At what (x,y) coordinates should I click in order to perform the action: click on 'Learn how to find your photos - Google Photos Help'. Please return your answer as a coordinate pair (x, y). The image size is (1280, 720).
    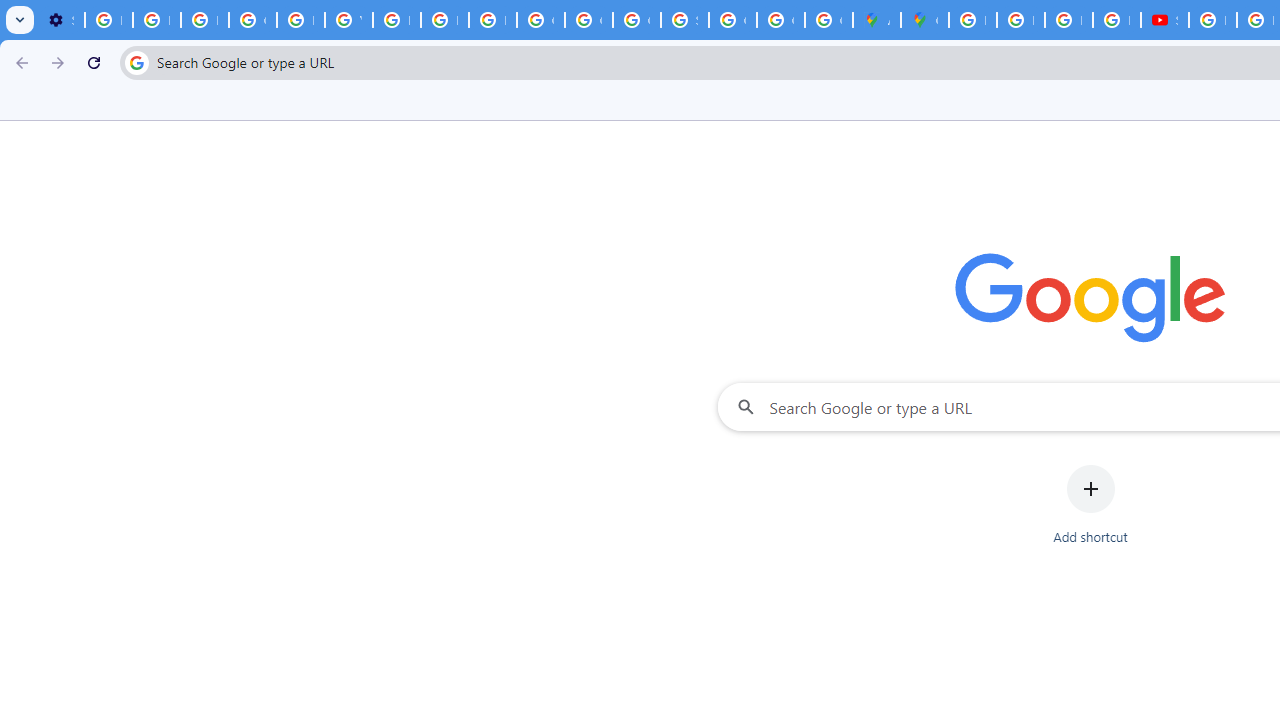
    Looking at the image, I should click on (155, 20).